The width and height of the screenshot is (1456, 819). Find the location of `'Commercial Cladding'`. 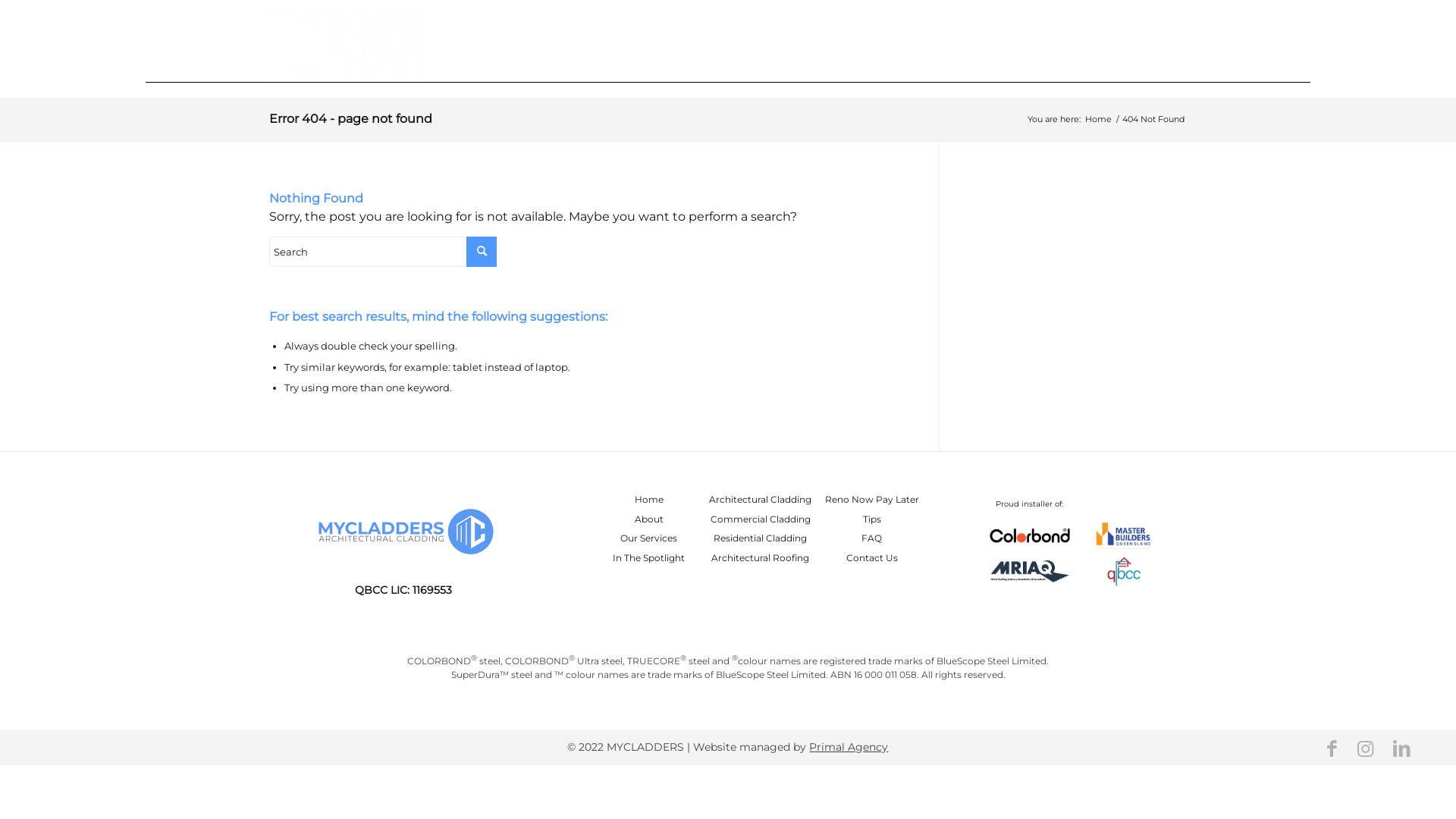

'Commercial Cladding' is located at coordinates (761, 518).